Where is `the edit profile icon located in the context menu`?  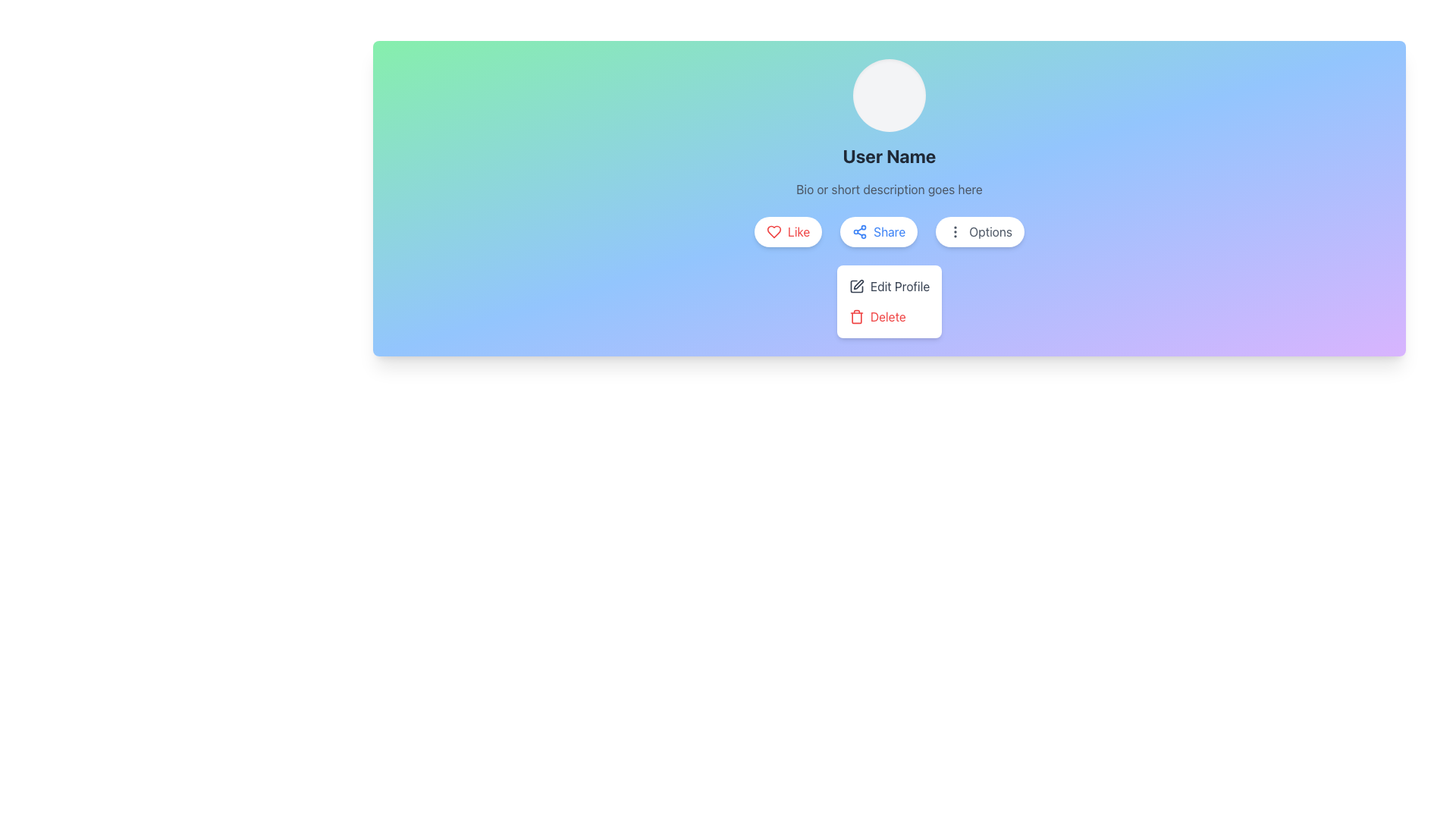 the edit profile icon located in the context menu is located at coordinates (856, 287).